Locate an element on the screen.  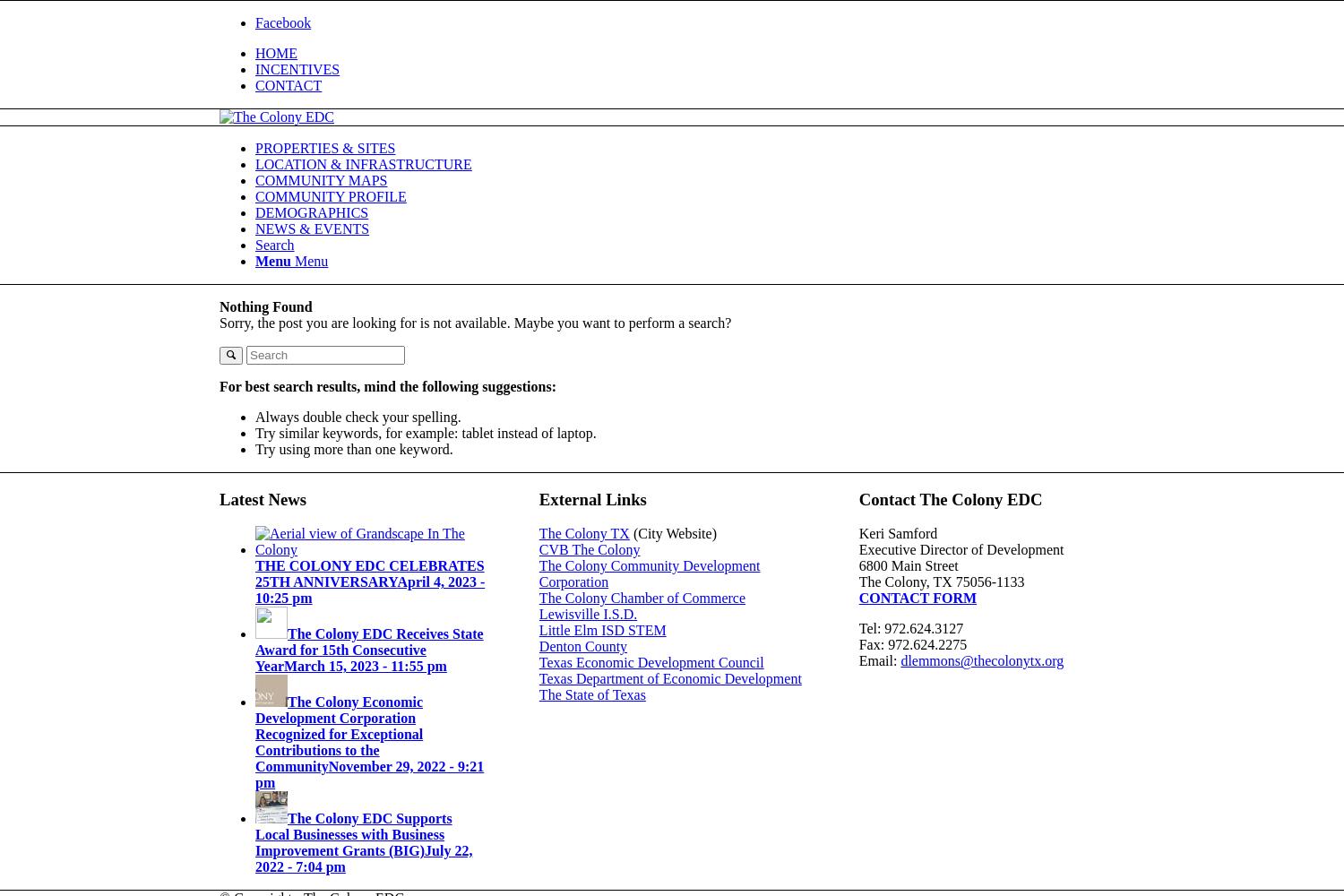
'April 4, 2023 - 10:25 pm' is located at coordinates (369, 590).